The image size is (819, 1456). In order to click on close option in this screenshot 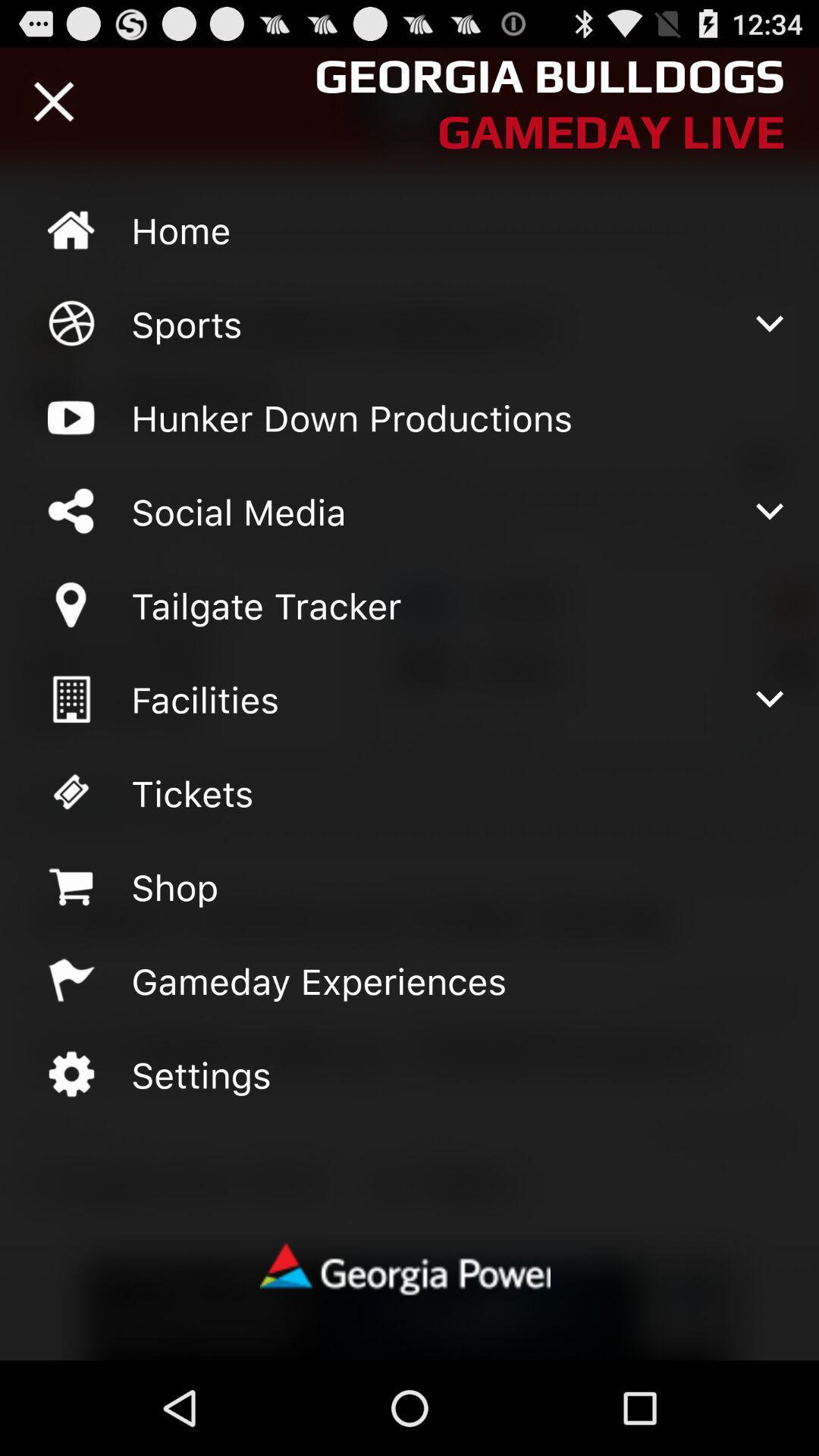, I will do `click(53, 101)`.